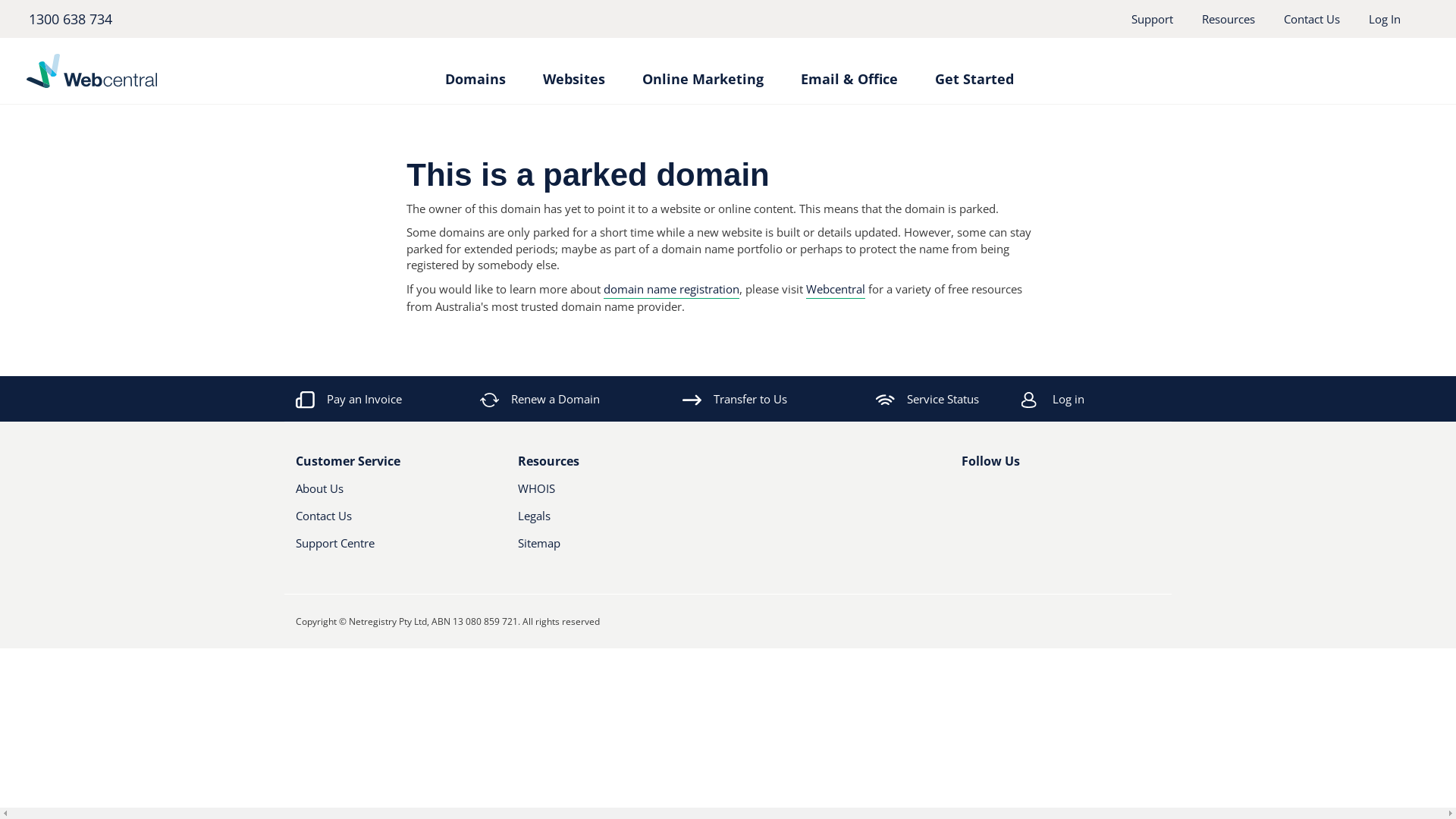  Describe the element at coordinates (701, 71) in the screenshot. I see `'Online Marketing'` at that location.